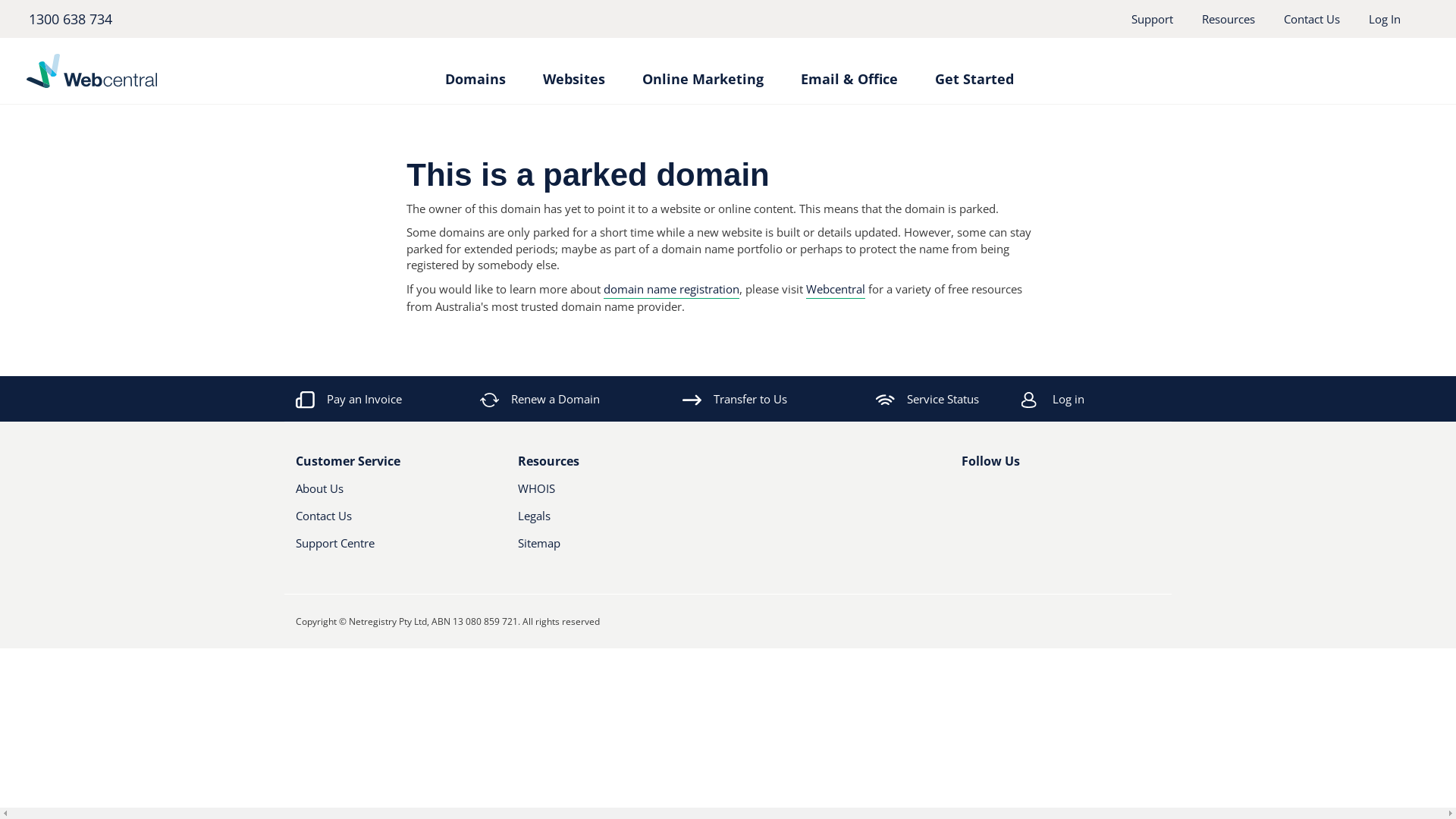  Describe the element at coordinates (701, 71) in the screenshot. I see `'Online Marketing'` at that location.